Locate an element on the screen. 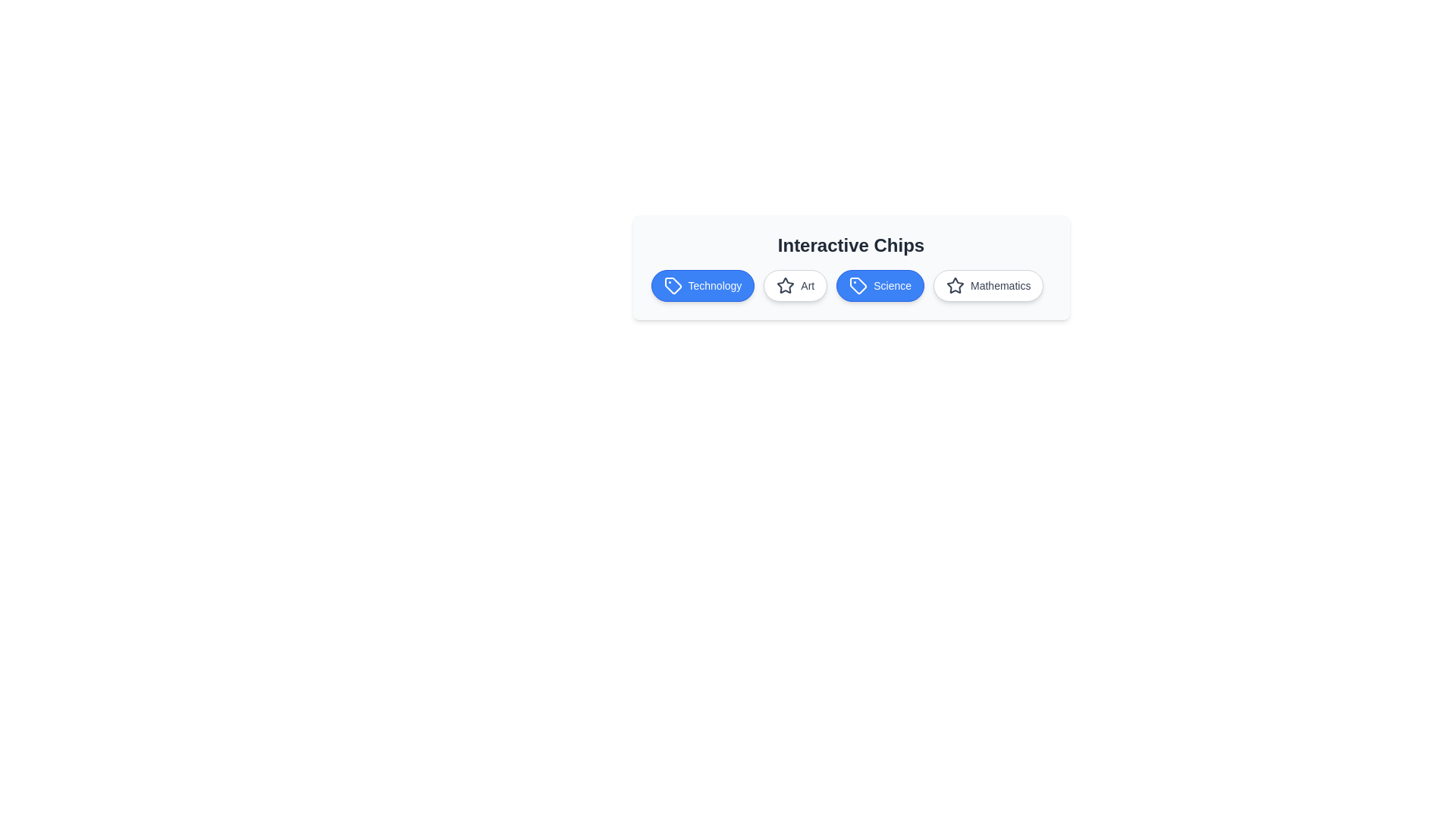  the 'Technology' chip to toggle its activation state is located at coordinates (701, 286).